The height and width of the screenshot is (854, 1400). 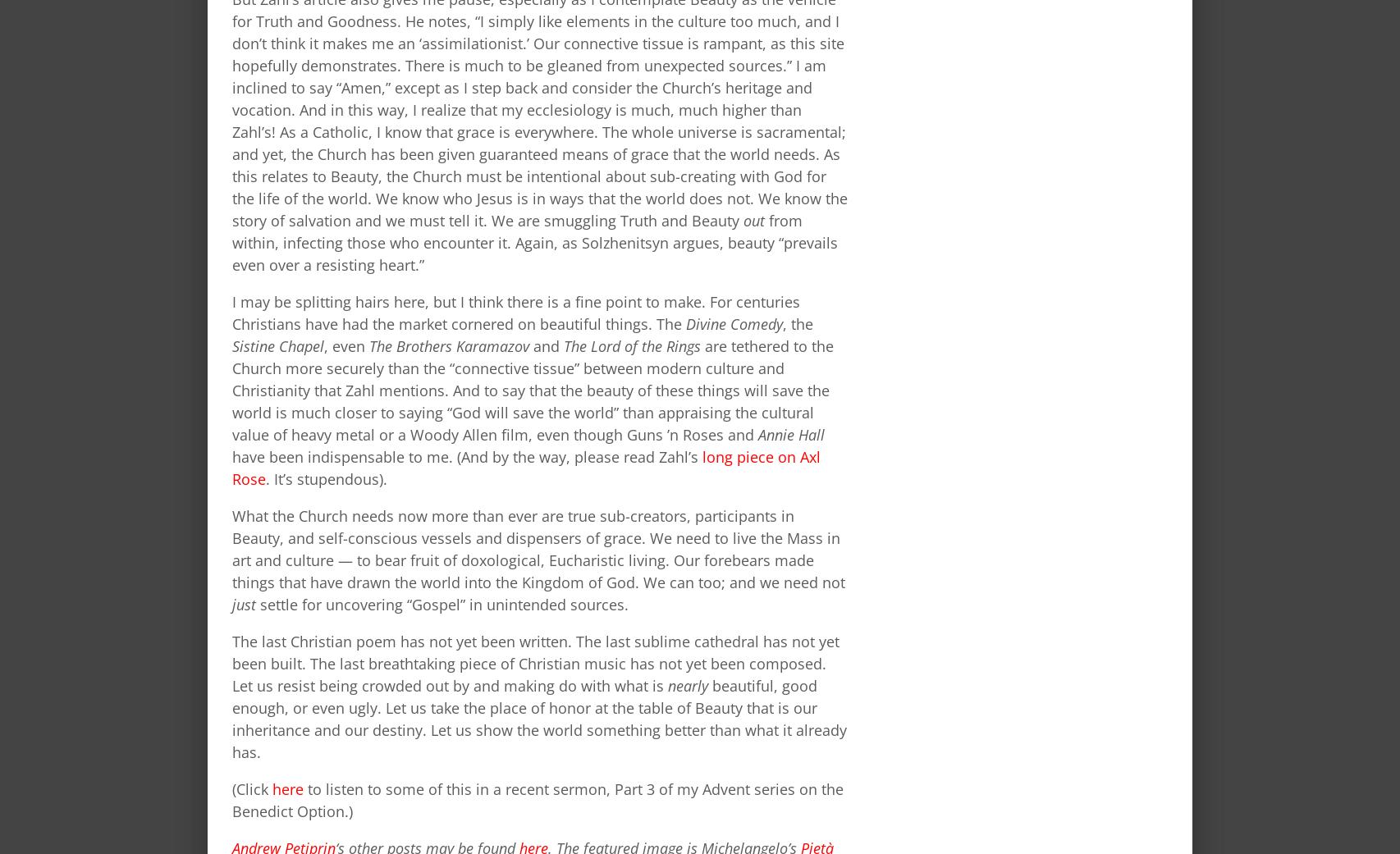 I want to click on 'The last Christian poem has not yet been written. The last sublime cathedral has not yet been built. The last breathtaking piece of Christian music has not yet been composed. Let us resist being crowded out by and making do with what is', so click(x=535, y=663).